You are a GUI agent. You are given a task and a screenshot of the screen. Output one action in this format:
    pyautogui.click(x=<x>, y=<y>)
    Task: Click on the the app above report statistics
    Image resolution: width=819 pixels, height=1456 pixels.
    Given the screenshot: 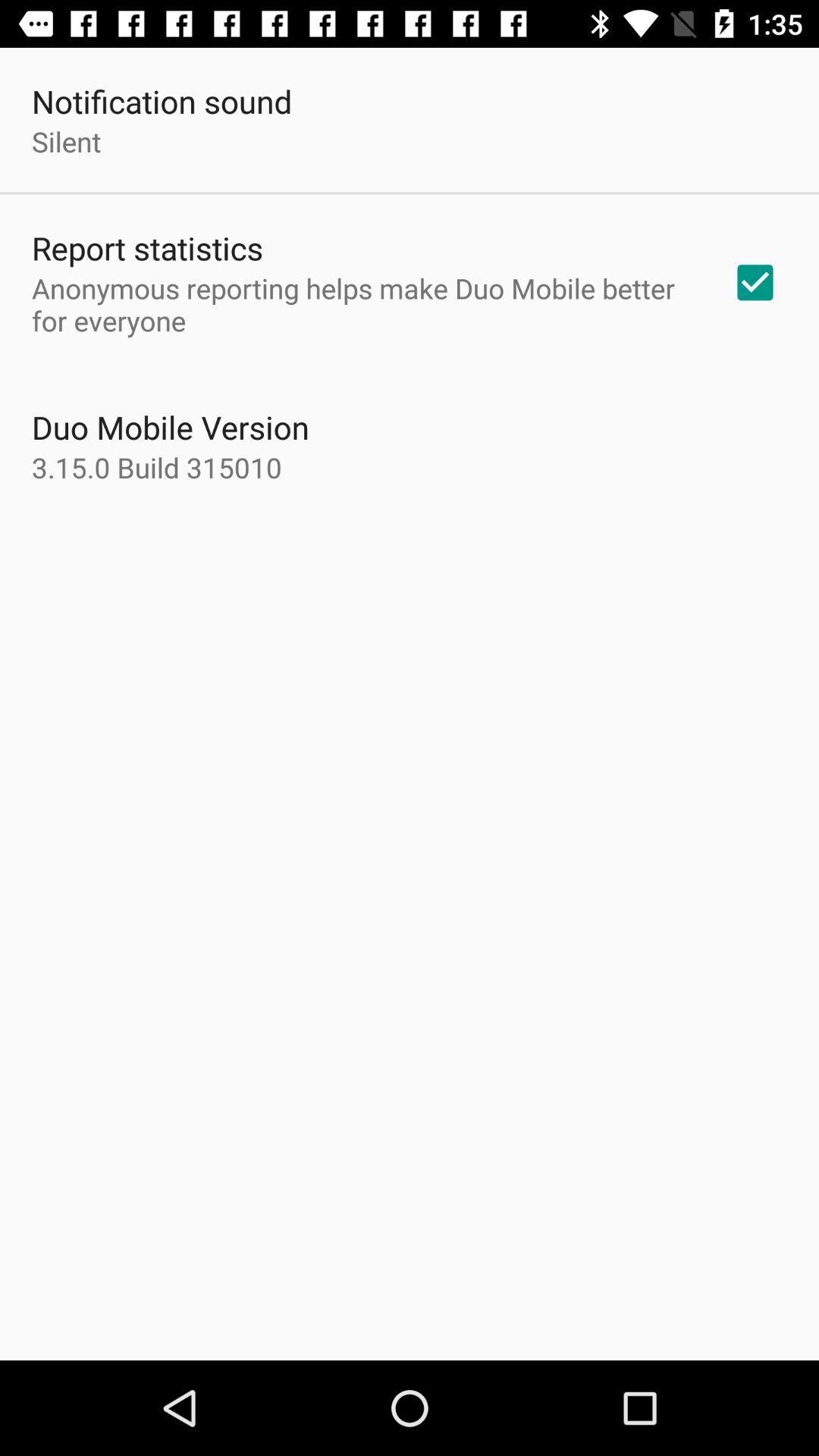 What is the action you would take?
    pyautogui.click(x=65, y=141)
    